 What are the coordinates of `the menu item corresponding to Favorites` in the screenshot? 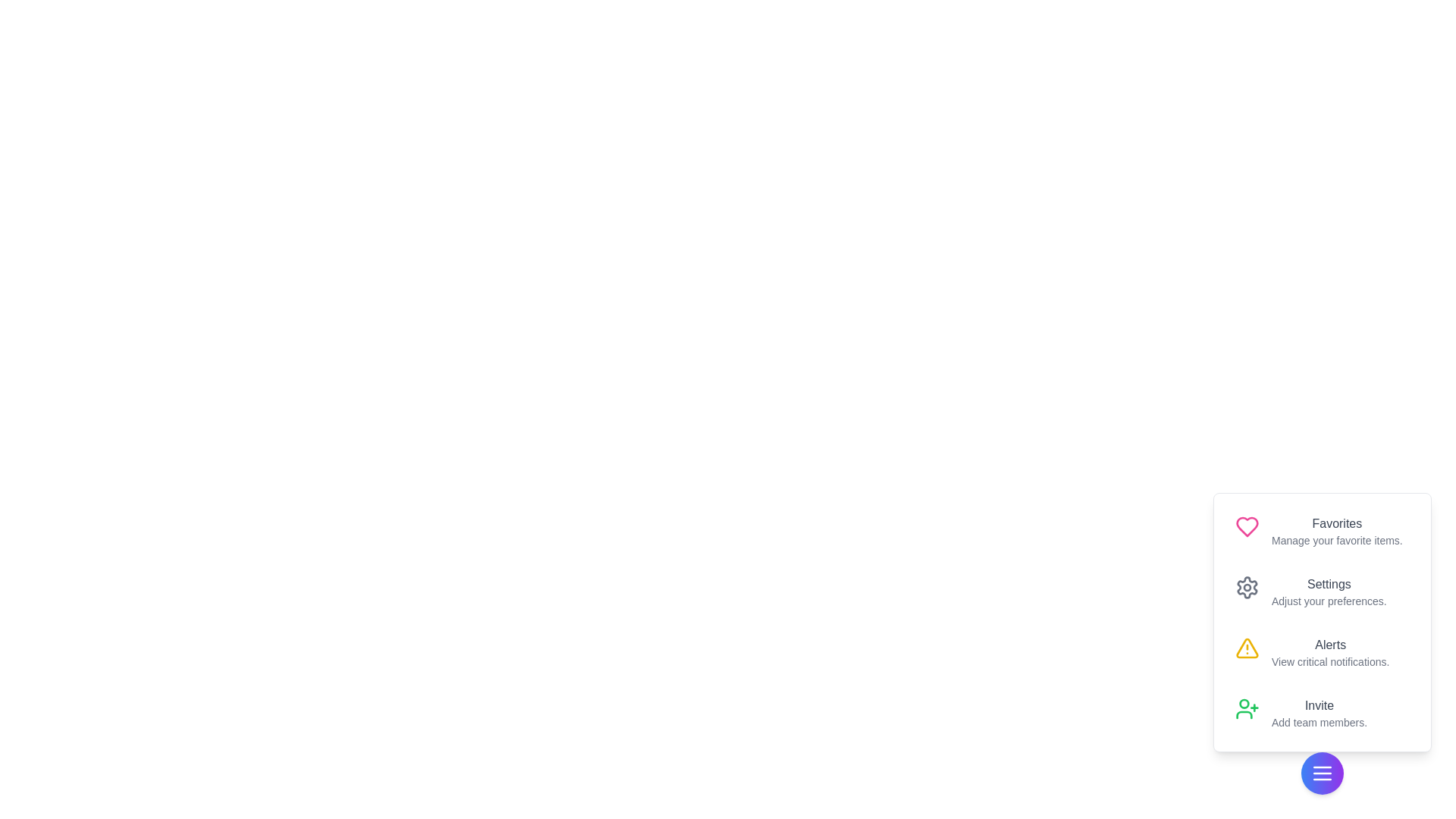 It's located at (1321, 531).